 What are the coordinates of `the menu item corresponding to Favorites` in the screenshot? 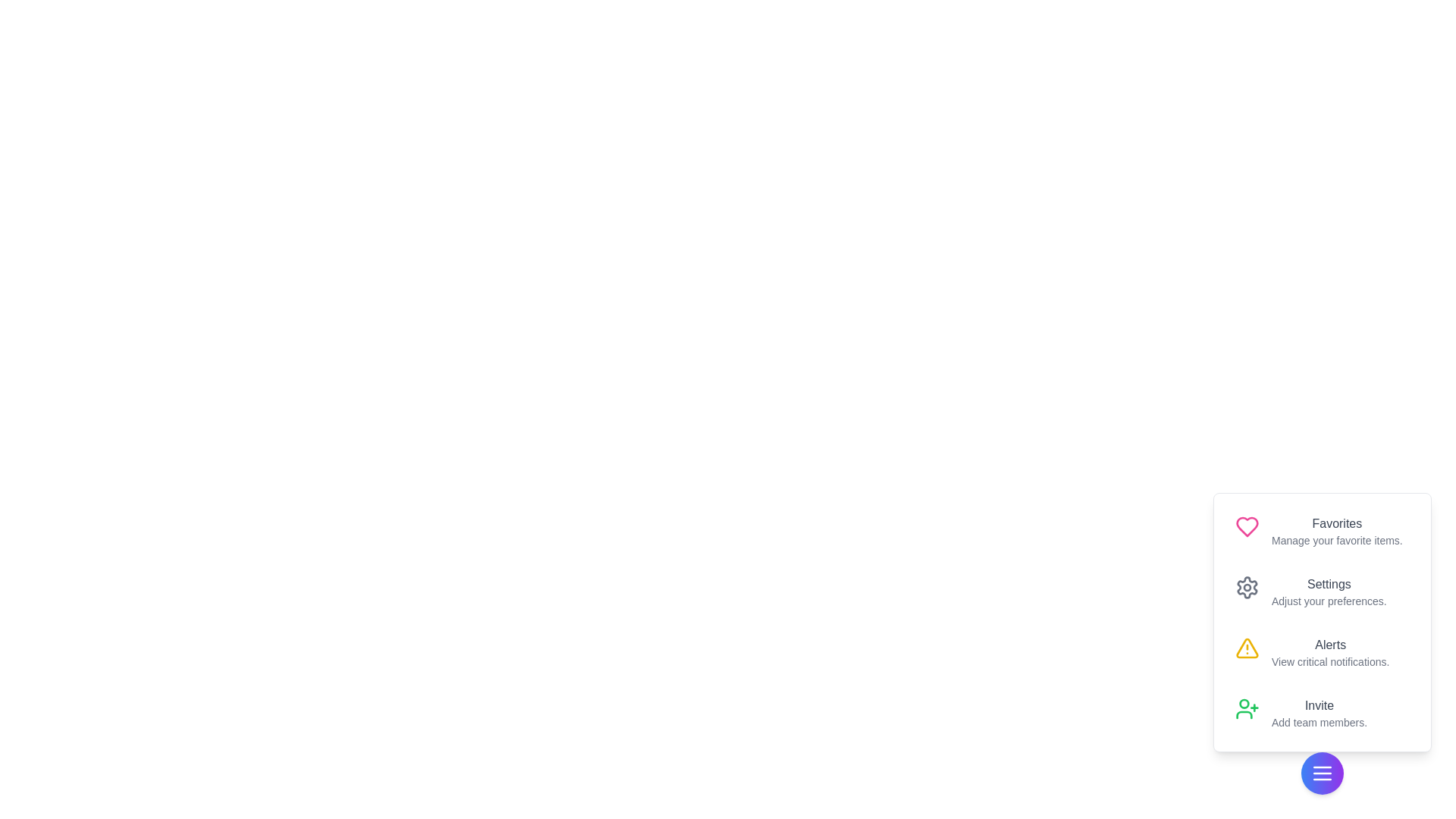 It's located at (1321, 531).